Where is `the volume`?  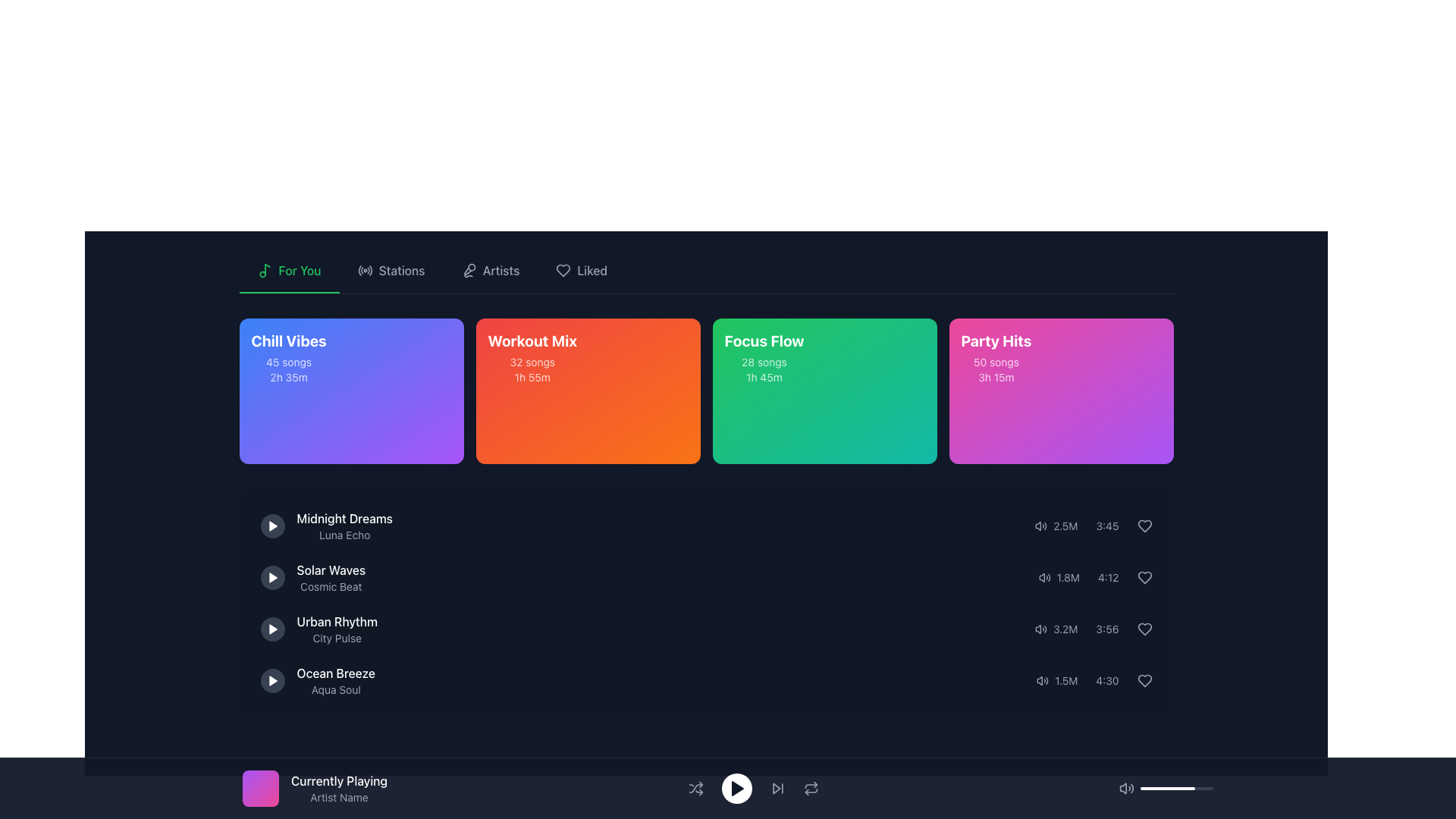
the volume is located at coordinates (1193, 788).